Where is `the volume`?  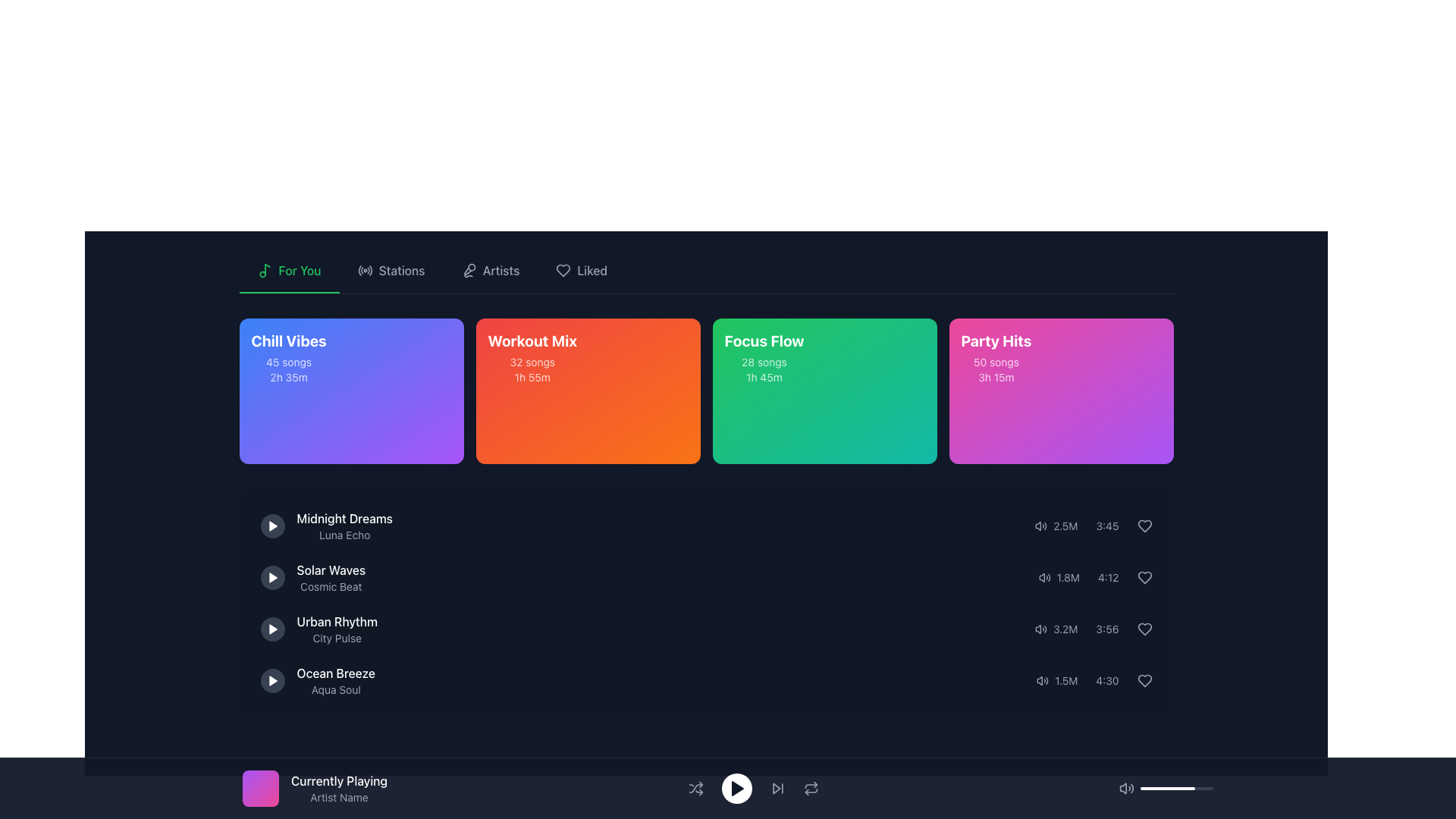
the volume is located at coordinates (1193, 788).